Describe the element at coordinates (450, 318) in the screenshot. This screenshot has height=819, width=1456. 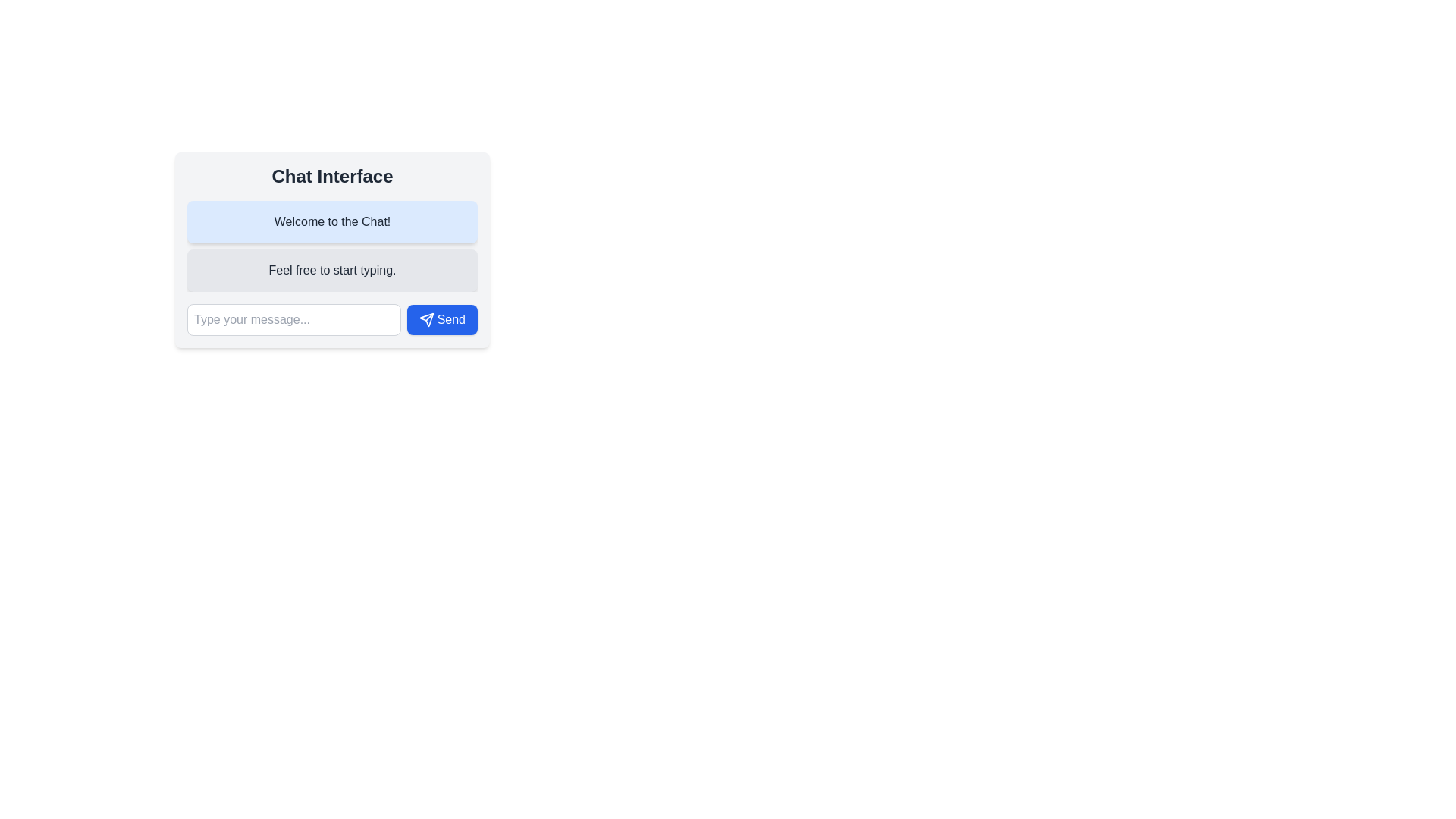
I see `text displayed on the blue button labeled 'Send', which is located at the bottom right corner of the chat interface` at that location.